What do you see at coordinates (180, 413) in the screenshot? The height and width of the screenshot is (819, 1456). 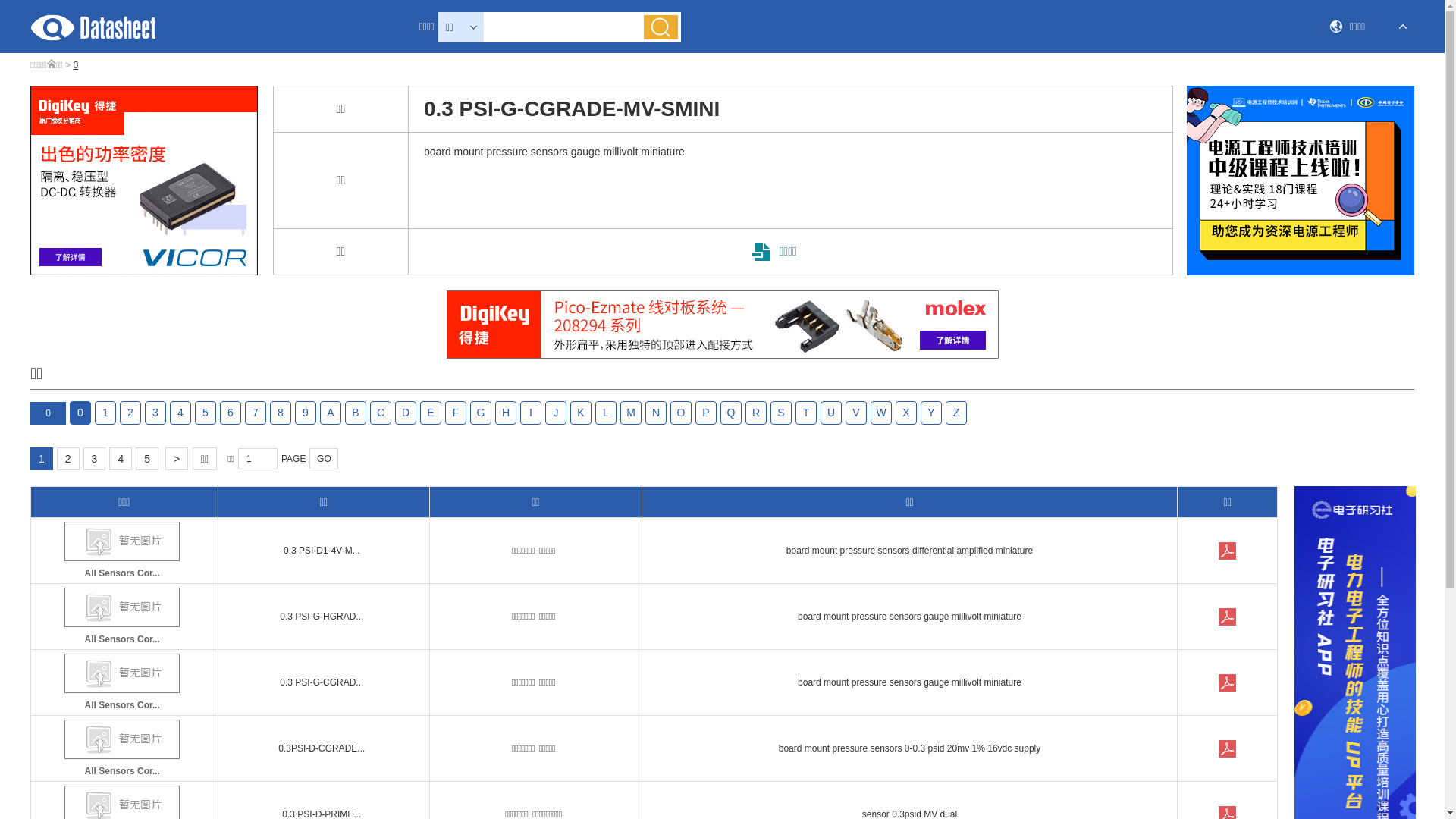 I see `'4'` at bounding box center [180, 413].